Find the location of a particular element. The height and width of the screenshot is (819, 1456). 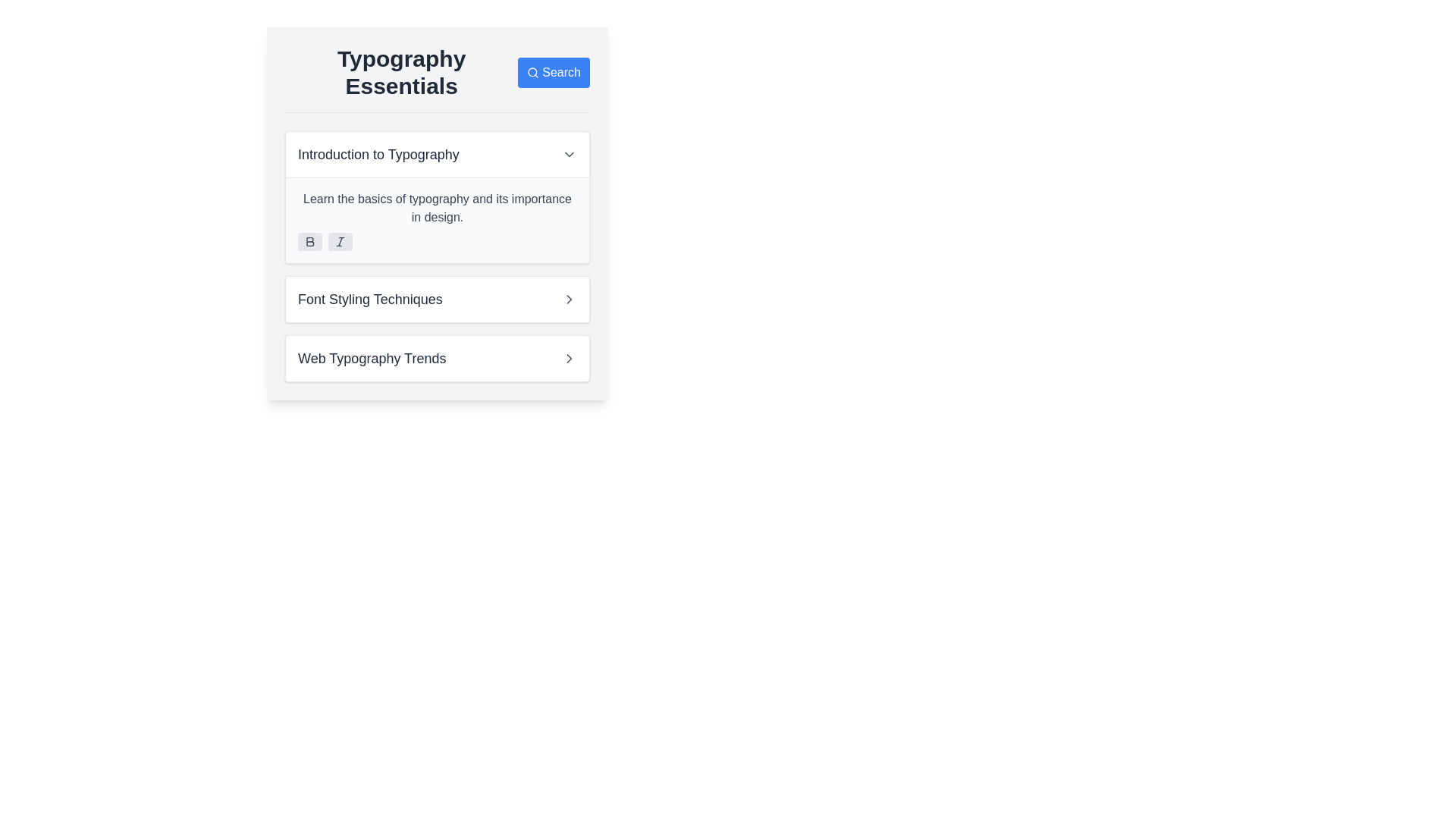

the third list item titled 'Web Typography Trends' which has light gray text on a white background is located at coordinates (436, 359).